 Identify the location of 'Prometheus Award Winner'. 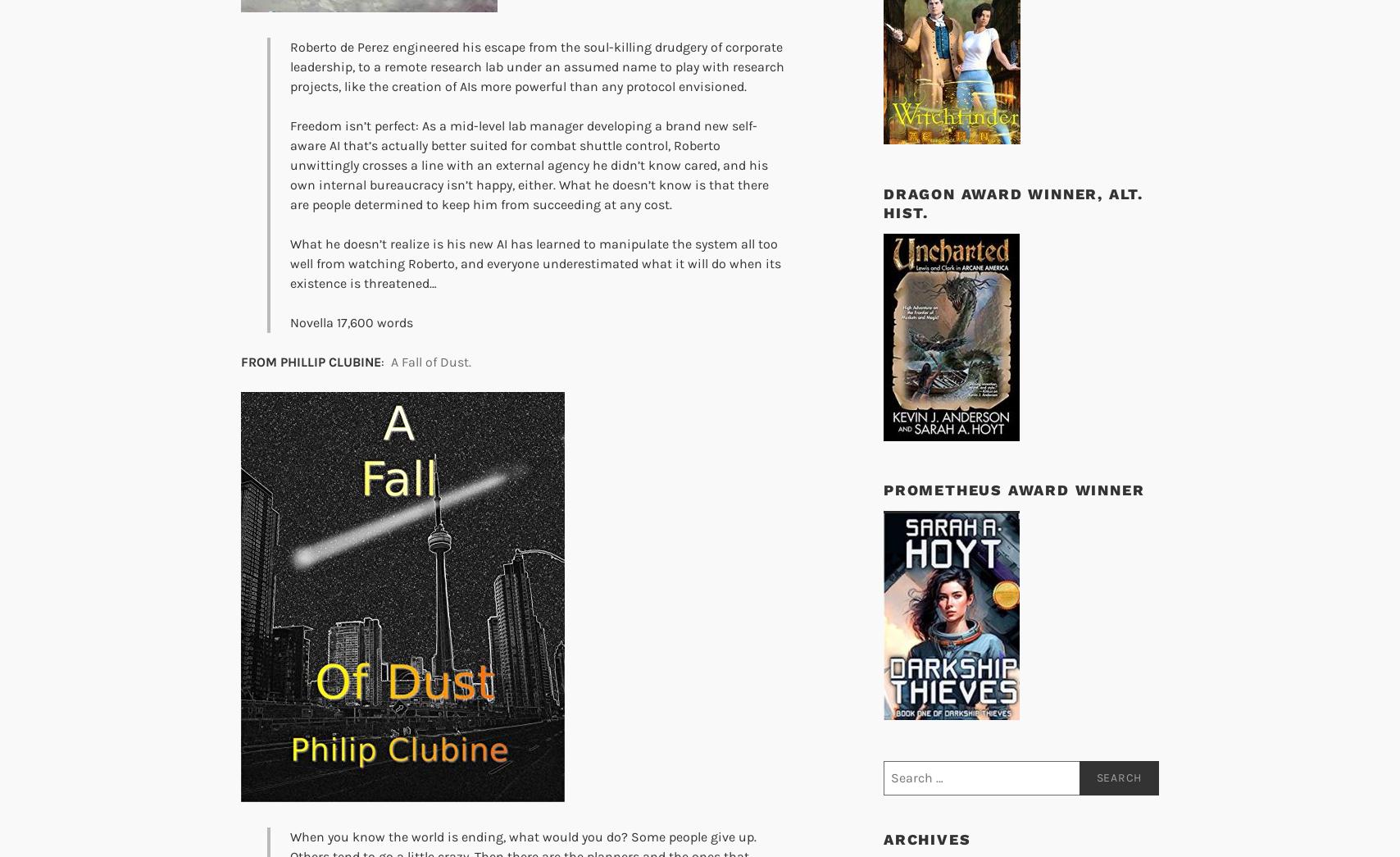
(1013, 489).